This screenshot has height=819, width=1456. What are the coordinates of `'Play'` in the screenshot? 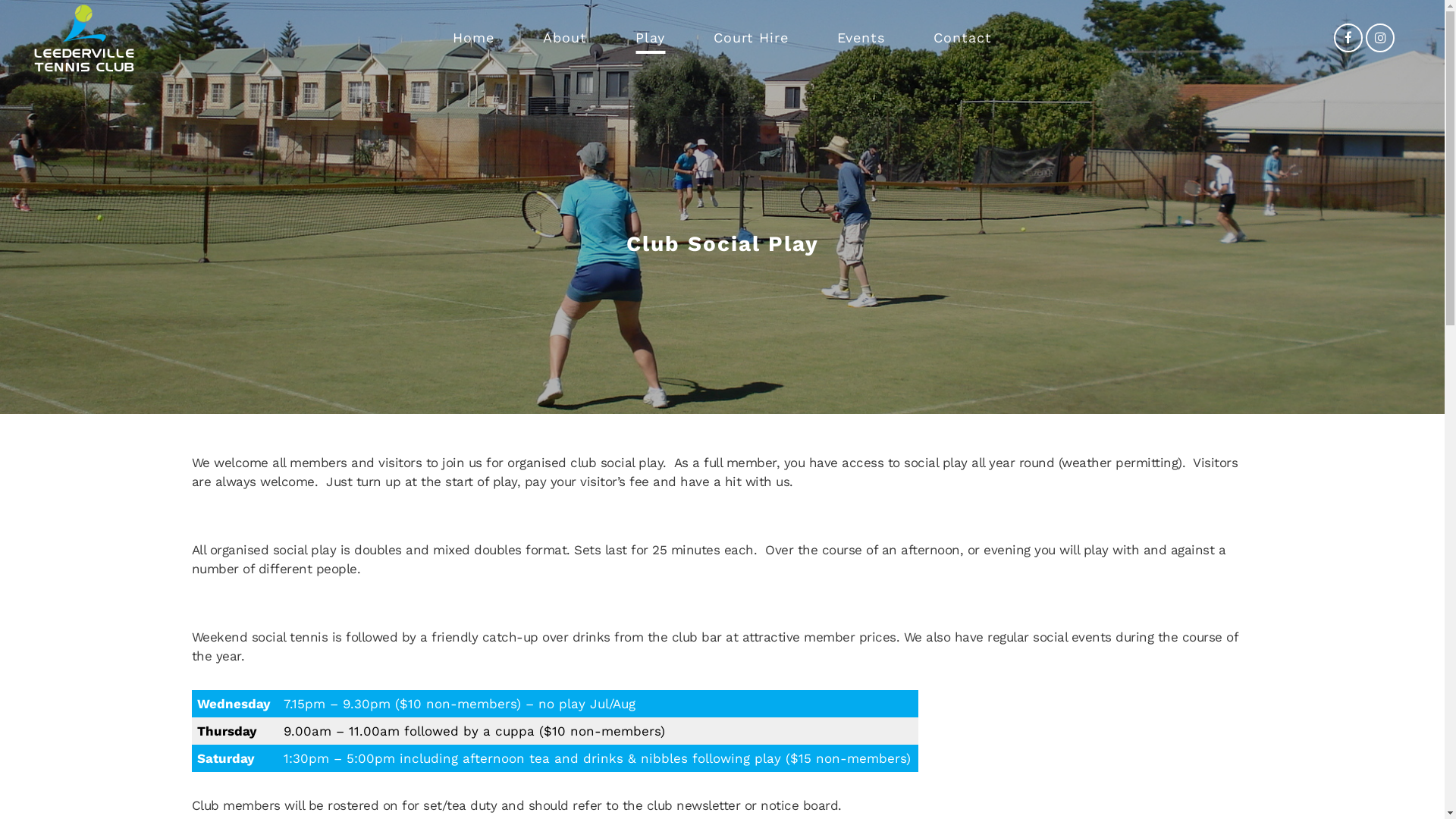 It's located at (650, 37).